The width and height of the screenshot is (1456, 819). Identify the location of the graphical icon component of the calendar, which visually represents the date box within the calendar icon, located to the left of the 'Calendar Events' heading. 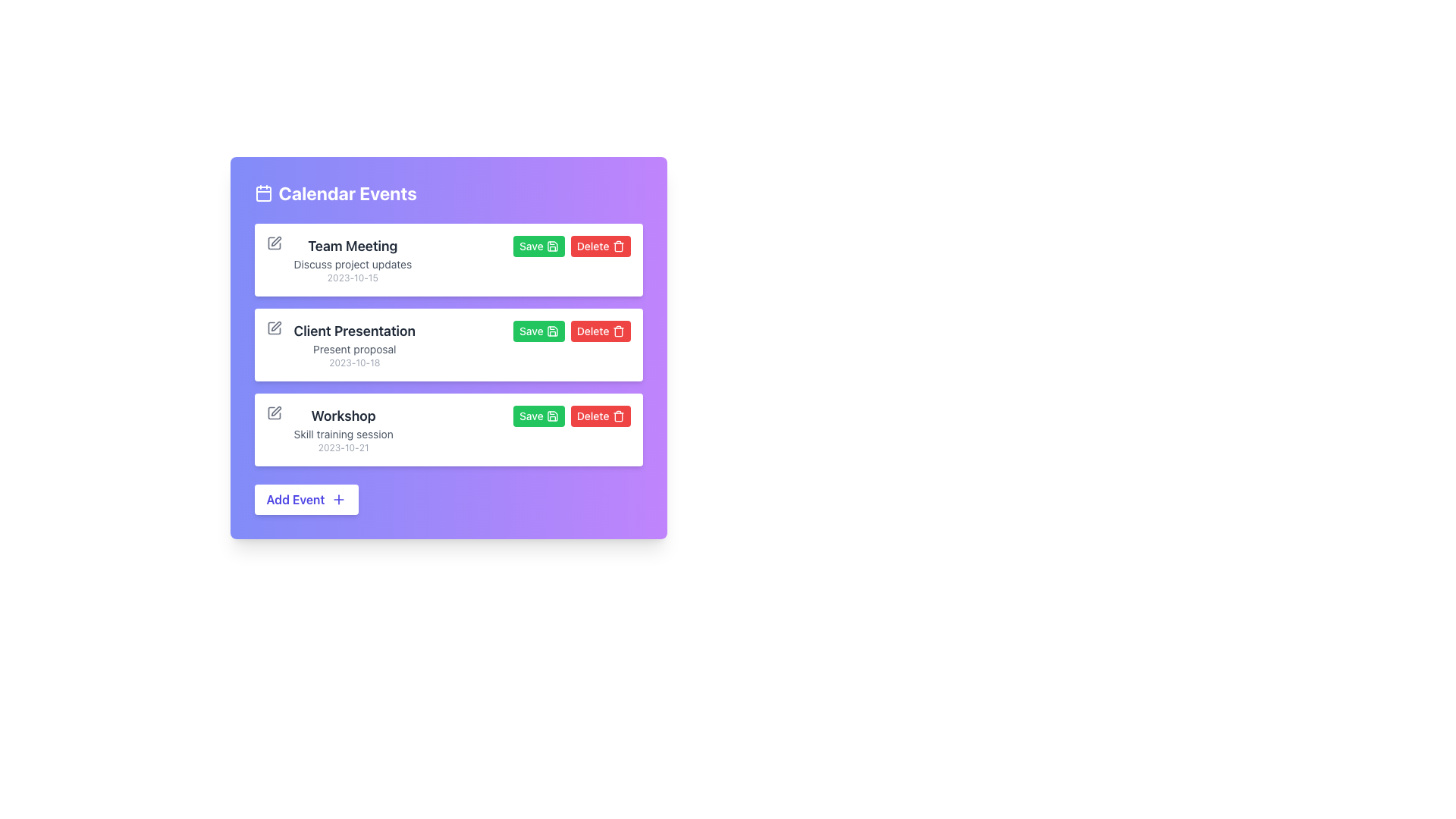
(263, 193).